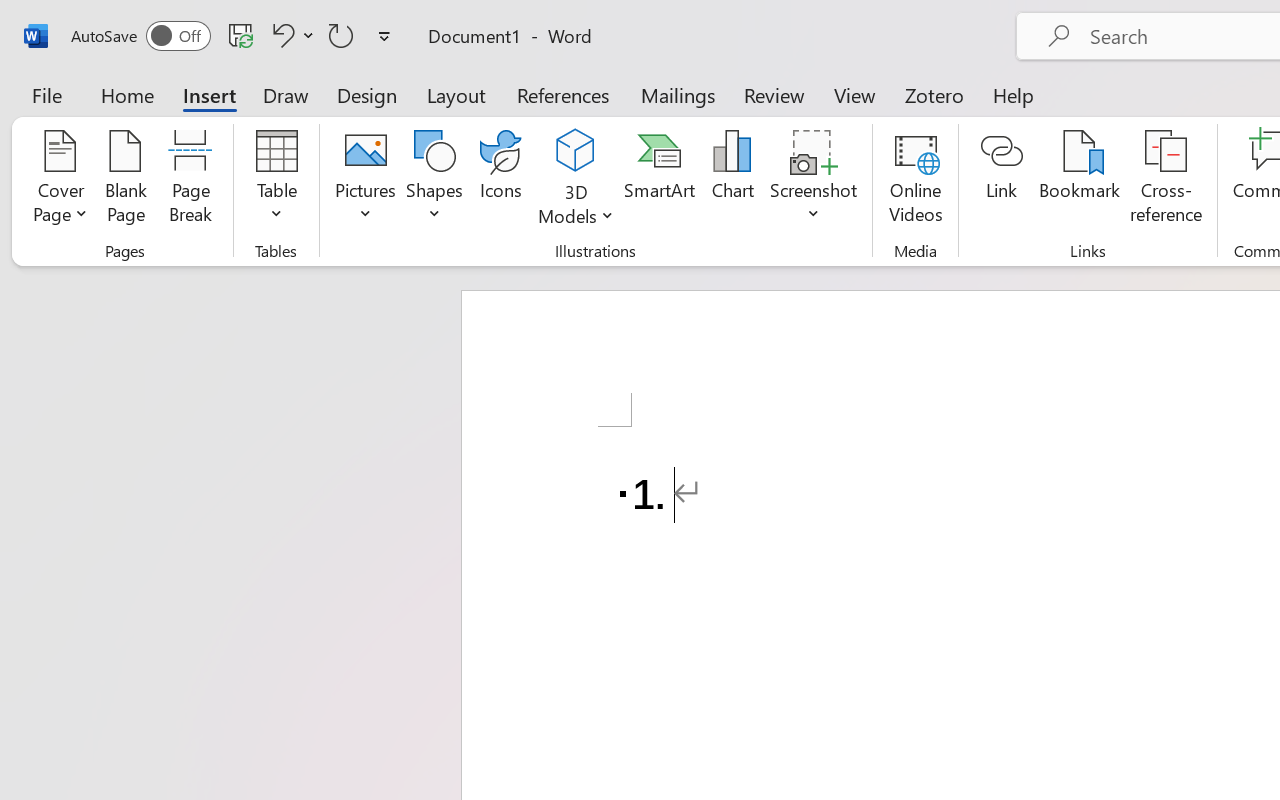 This screenshot has height=800, width=1280. What do you see at coordinates (731, 179) in the screenshot?
I see `'Chart...'` at bounding box center [731, 179].